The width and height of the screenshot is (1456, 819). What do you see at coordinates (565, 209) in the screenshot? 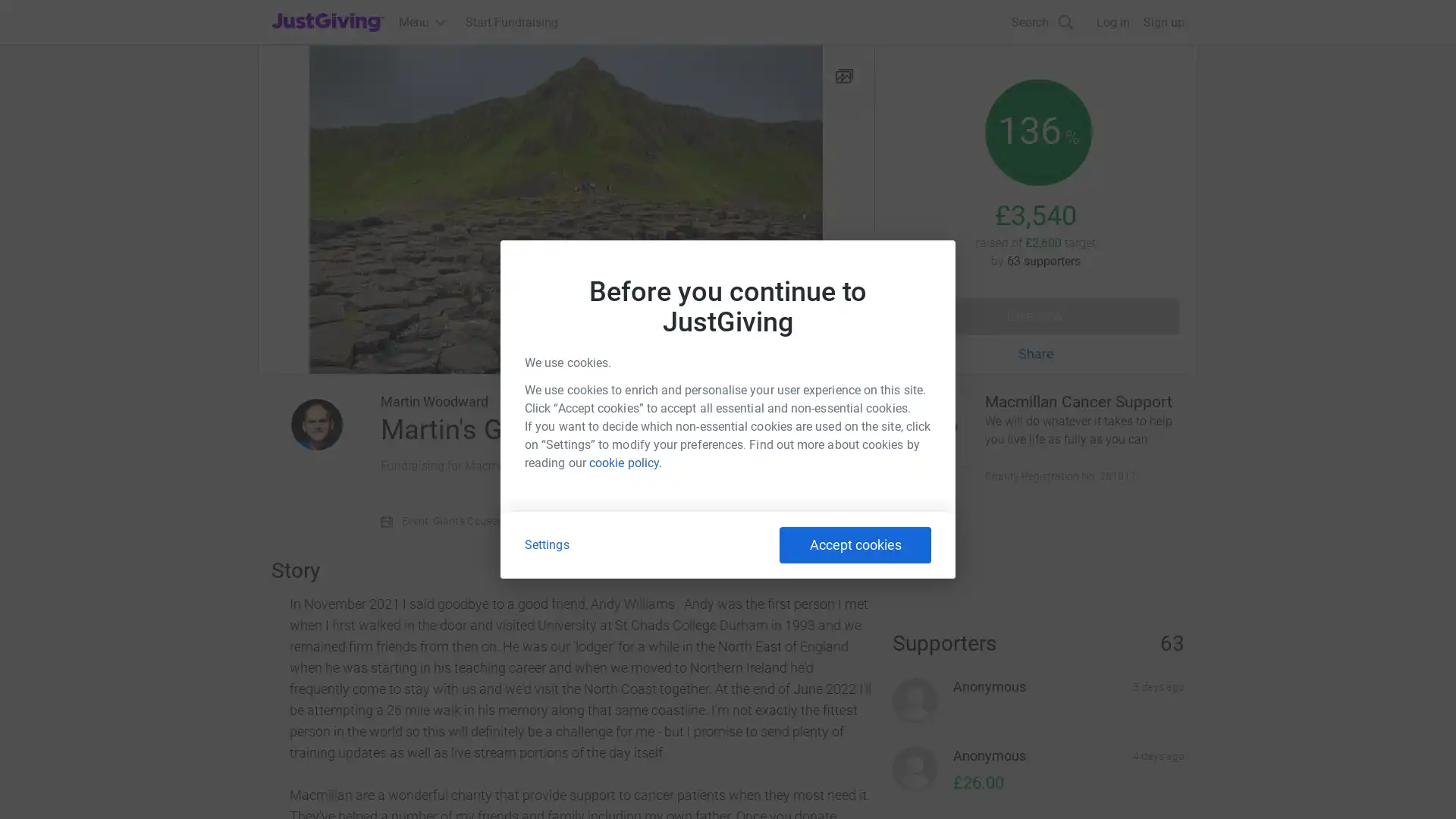
I see `Open the Image Gallery` at bounding box center [565, 209].